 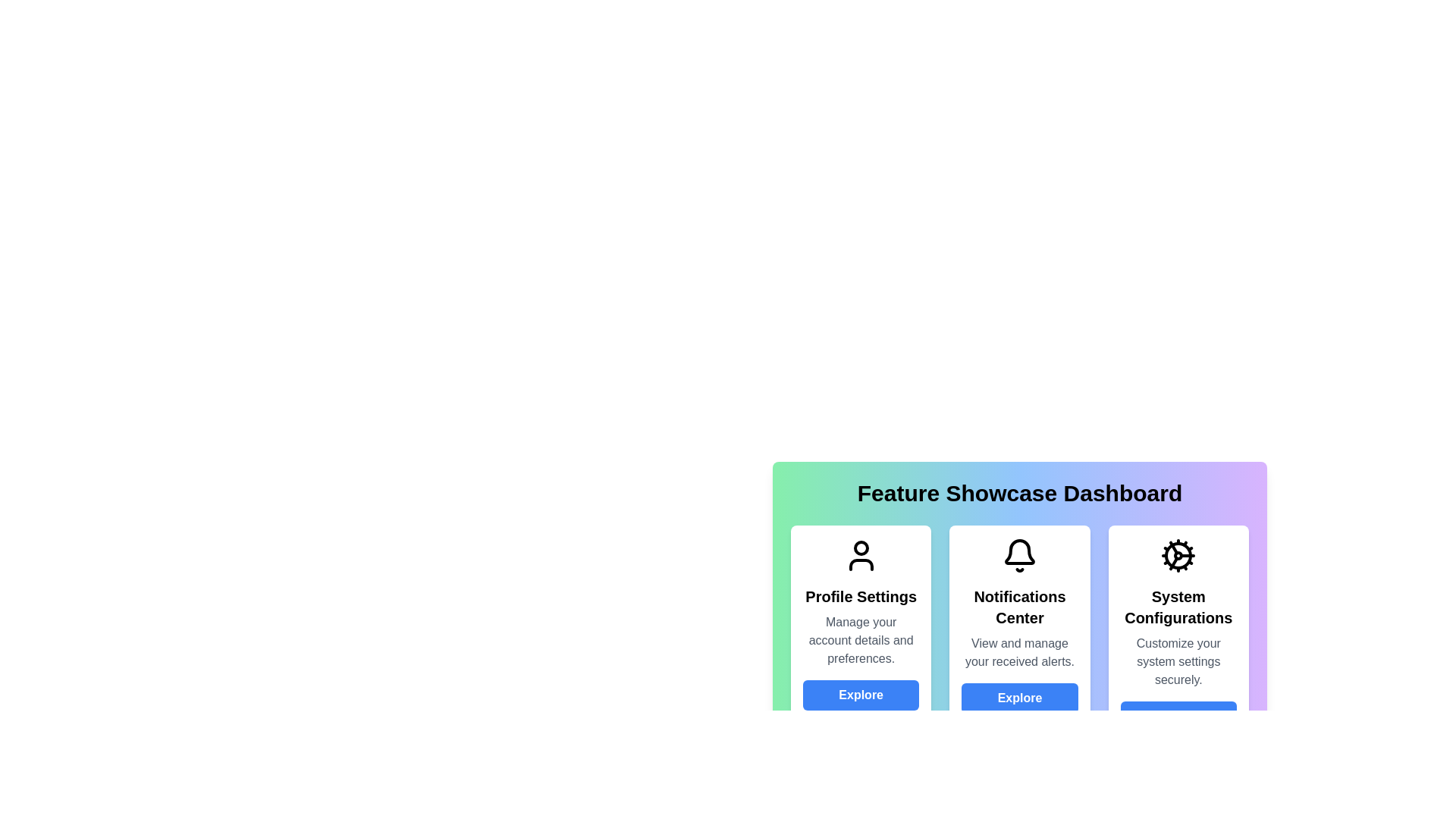 What do you see at coordinates (861, 695) in the screenshot?
I see `the 'Explore' button, which has a bold blue background and white text, located at the bottom of the 'Profile Settings' card` at bounding box center [861, 695].